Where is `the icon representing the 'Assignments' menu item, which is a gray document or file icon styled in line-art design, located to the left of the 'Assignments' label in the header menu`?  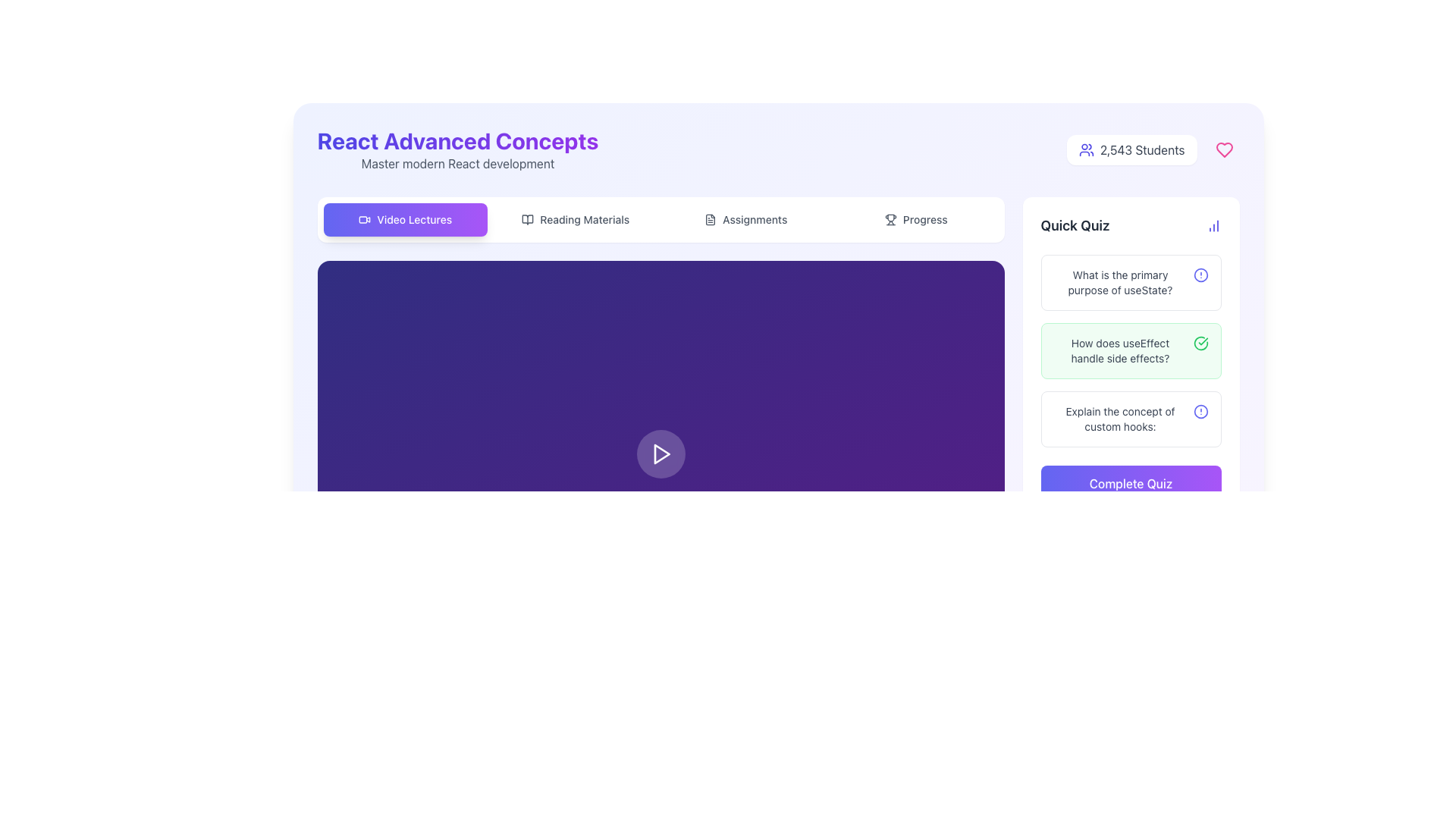
the icon representing the 'Assignments' menu item, which is a gray document or file icon styled in line-art design, located to the left of the 'Assignments' label in the header menu is located at coordinates (710, 219).